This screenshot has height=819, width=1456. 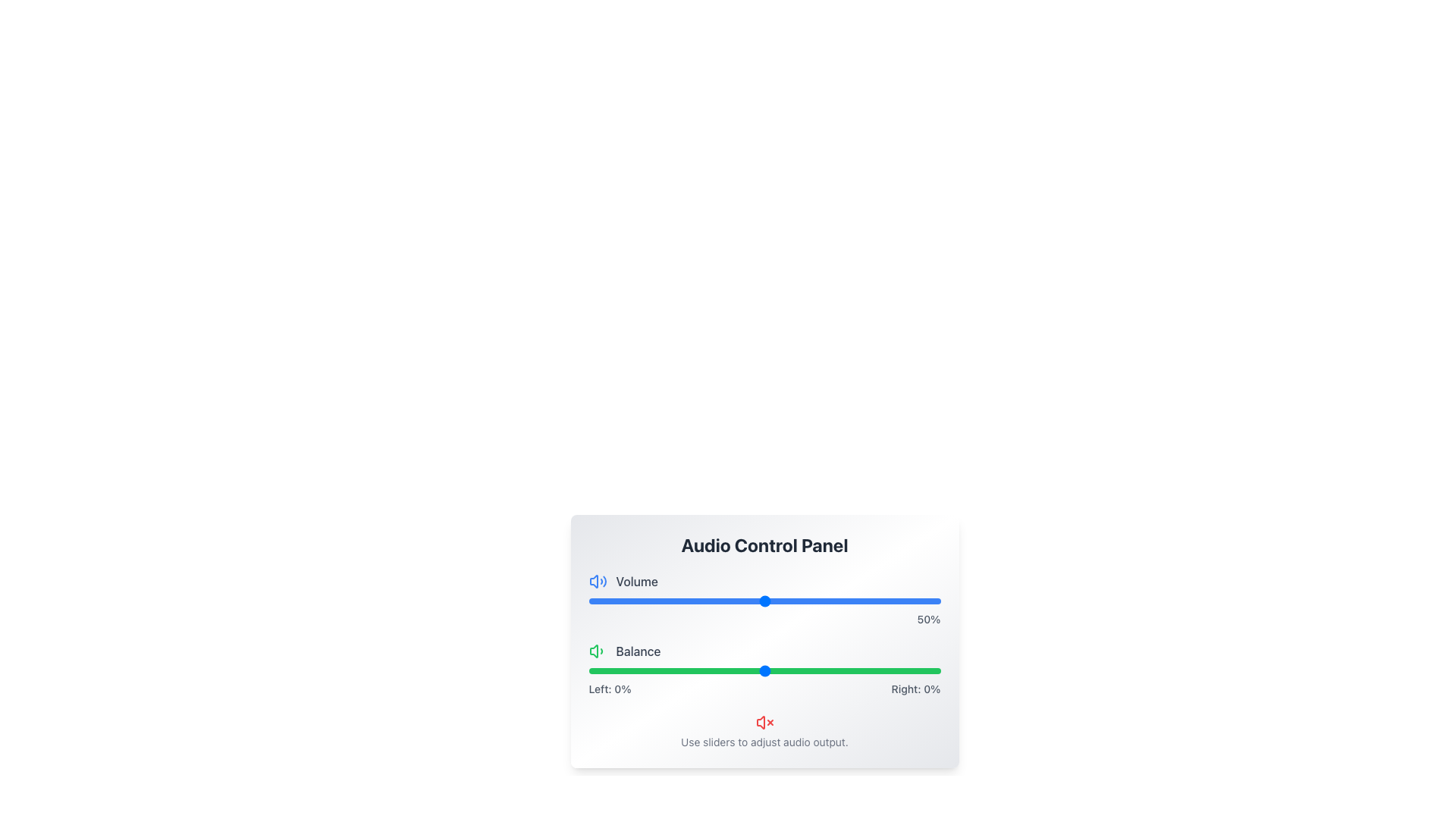 What do you see at coordinates (764, 670) in the screenshot?
I see `balance` at bounding box center [764, 670].